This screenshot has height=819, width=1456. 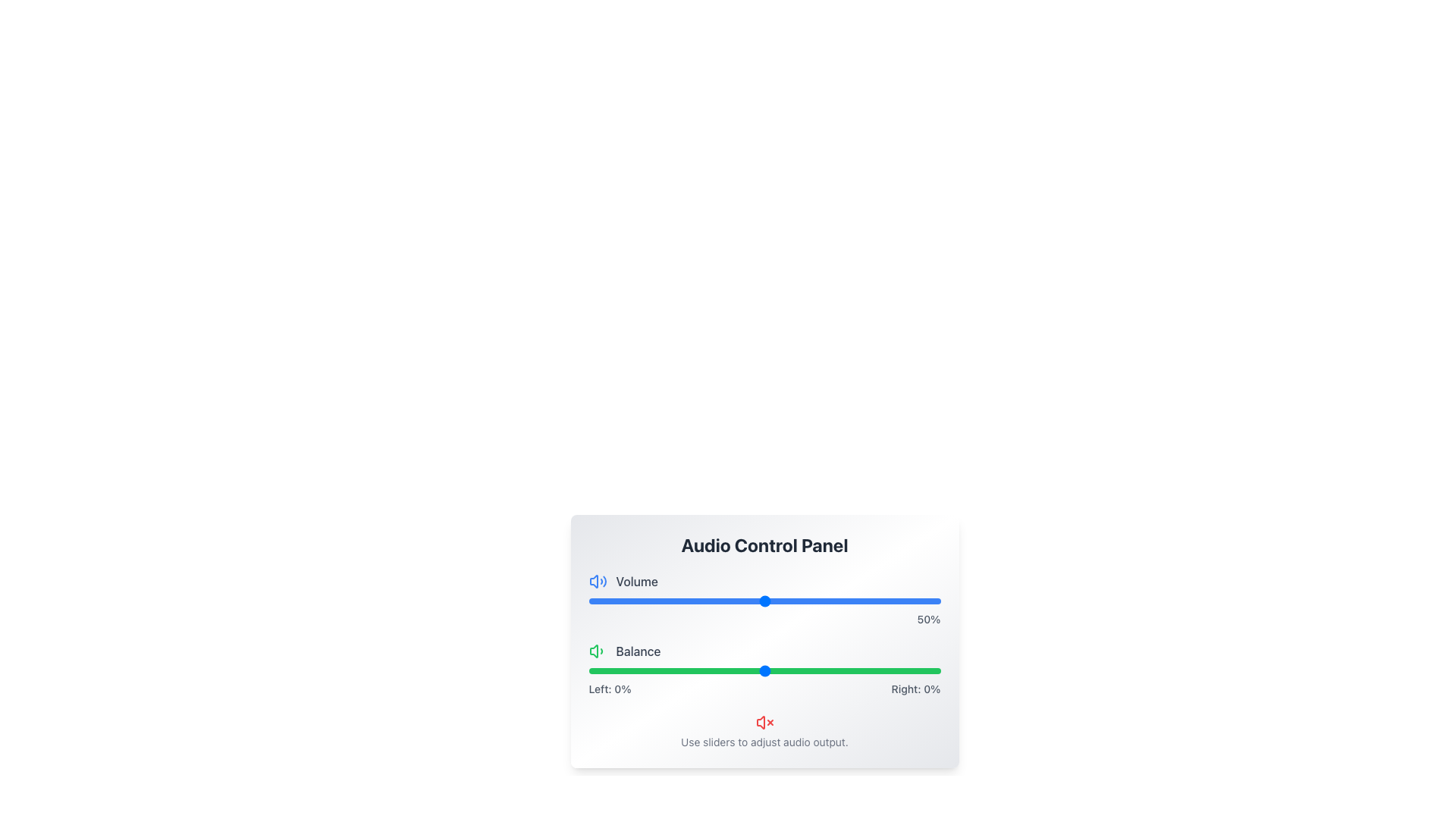 What do you see at coordinates (764, 670) in the screenshot?
I see `balance` at bounding box center [764, 670].